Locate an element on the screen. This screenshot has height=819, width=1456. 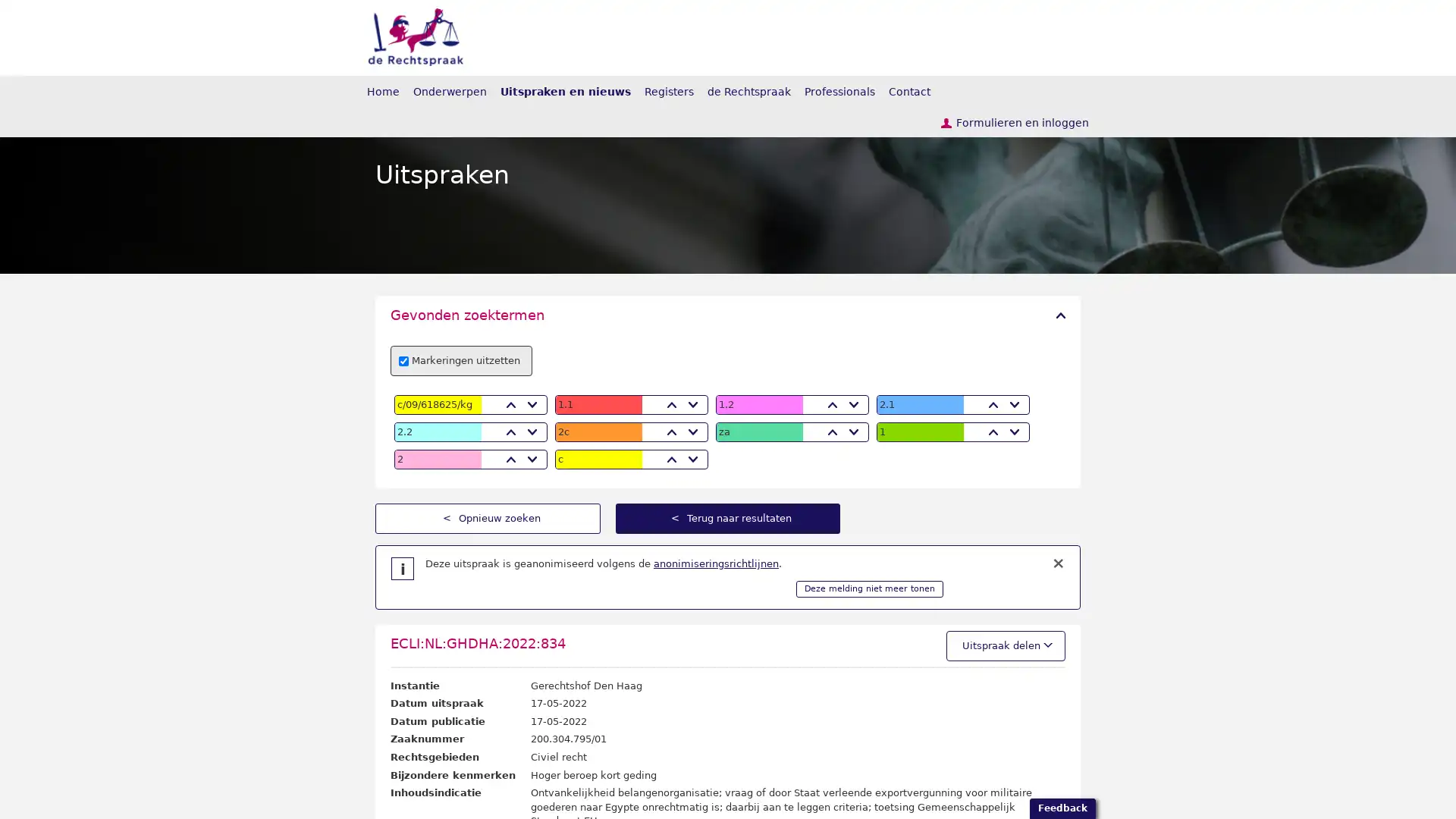
Volgende zoek term is located at coordinates (692, 458).